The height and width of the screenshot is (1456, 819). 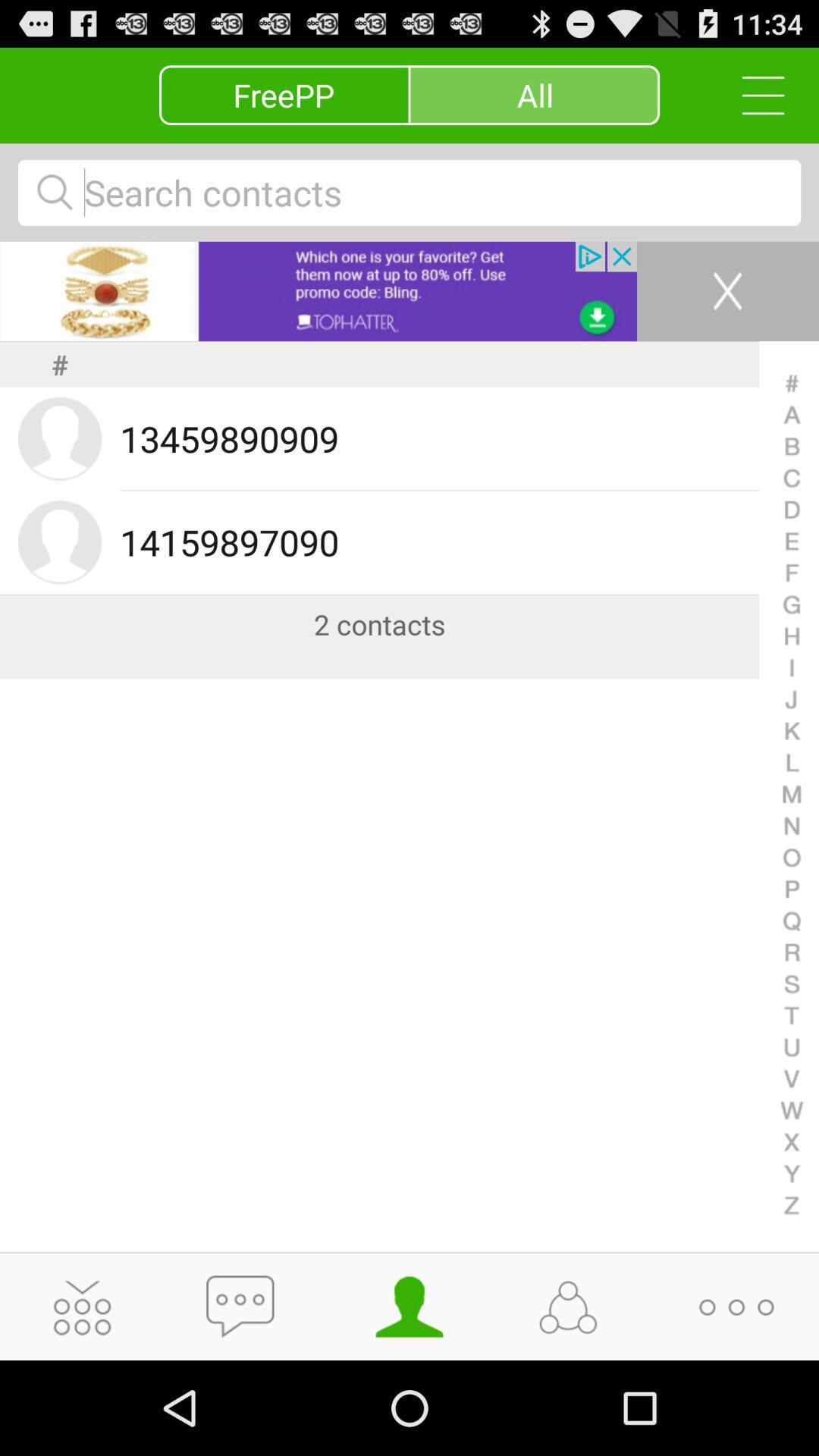 What do you see at coordinates (573, 1309) in the screenshot?
I see `share icon` at bounding box center [573, 1309].